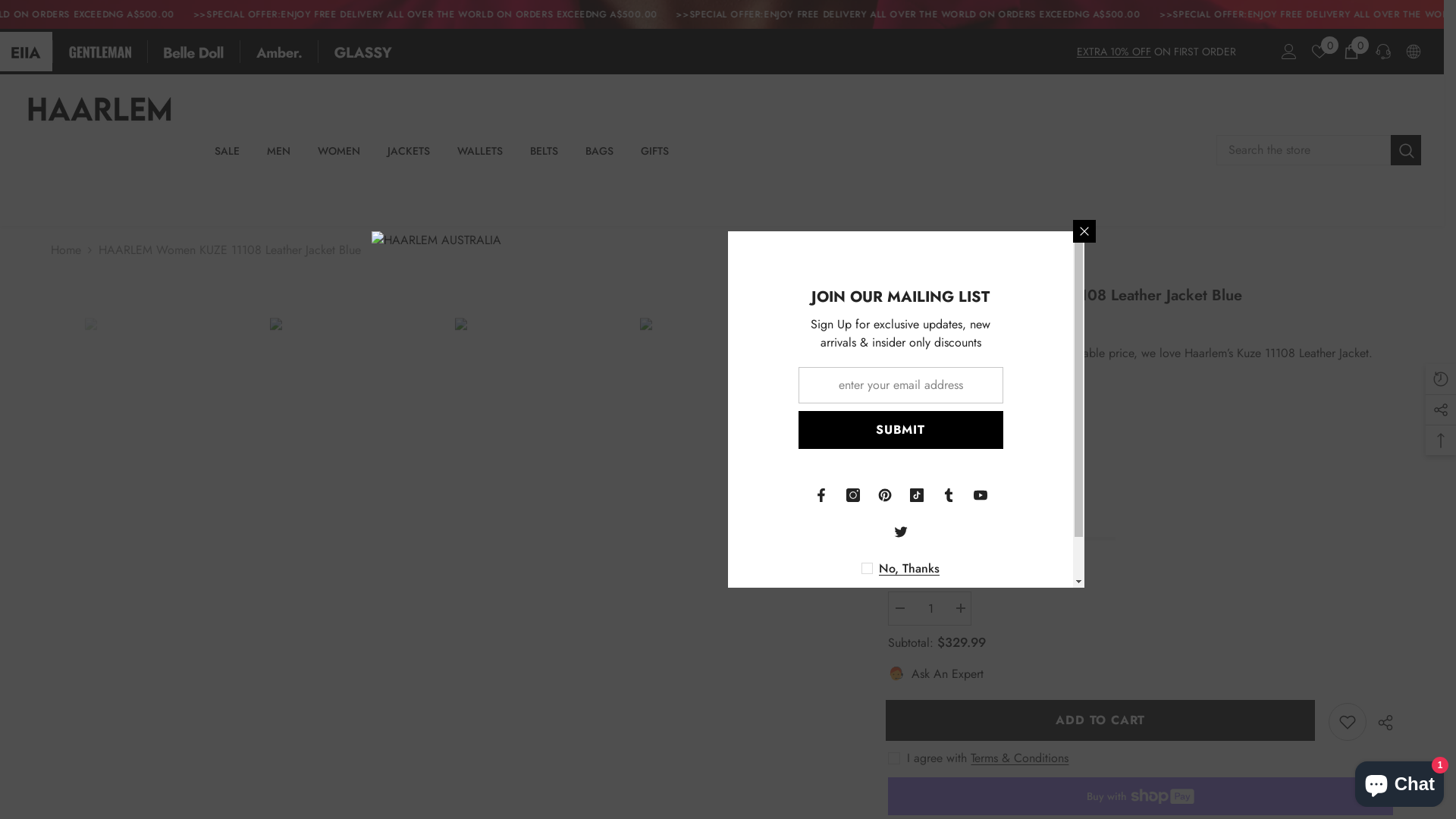 The width and height of the screenshot is (1456, 819). Describe the element at coordinates (1412, 51) in the screenshot. I see `'Language Currency'` at that location.